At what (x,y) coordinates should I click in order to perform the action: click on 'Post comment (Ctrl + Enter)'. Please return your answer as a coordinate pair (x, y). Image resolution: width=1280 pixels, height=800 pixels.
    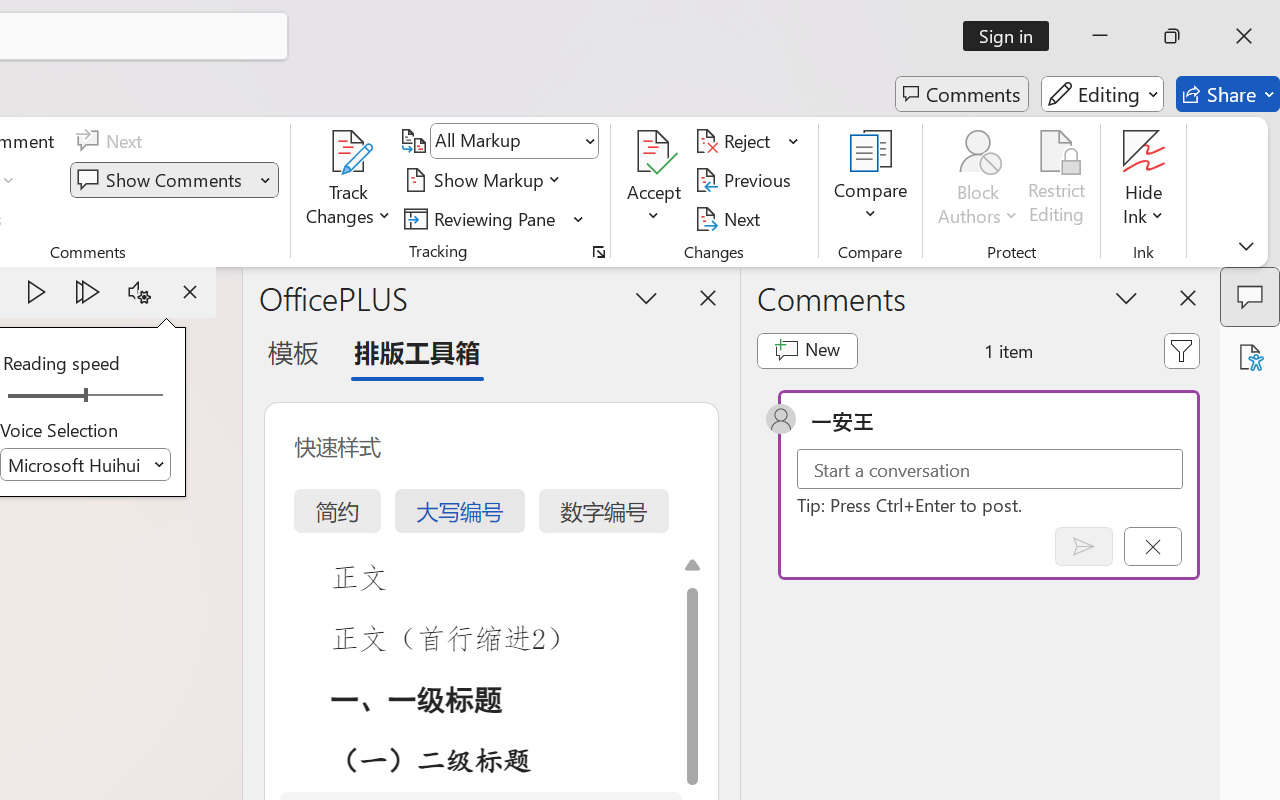
    Looking at the image, I should click on (1083, 546).